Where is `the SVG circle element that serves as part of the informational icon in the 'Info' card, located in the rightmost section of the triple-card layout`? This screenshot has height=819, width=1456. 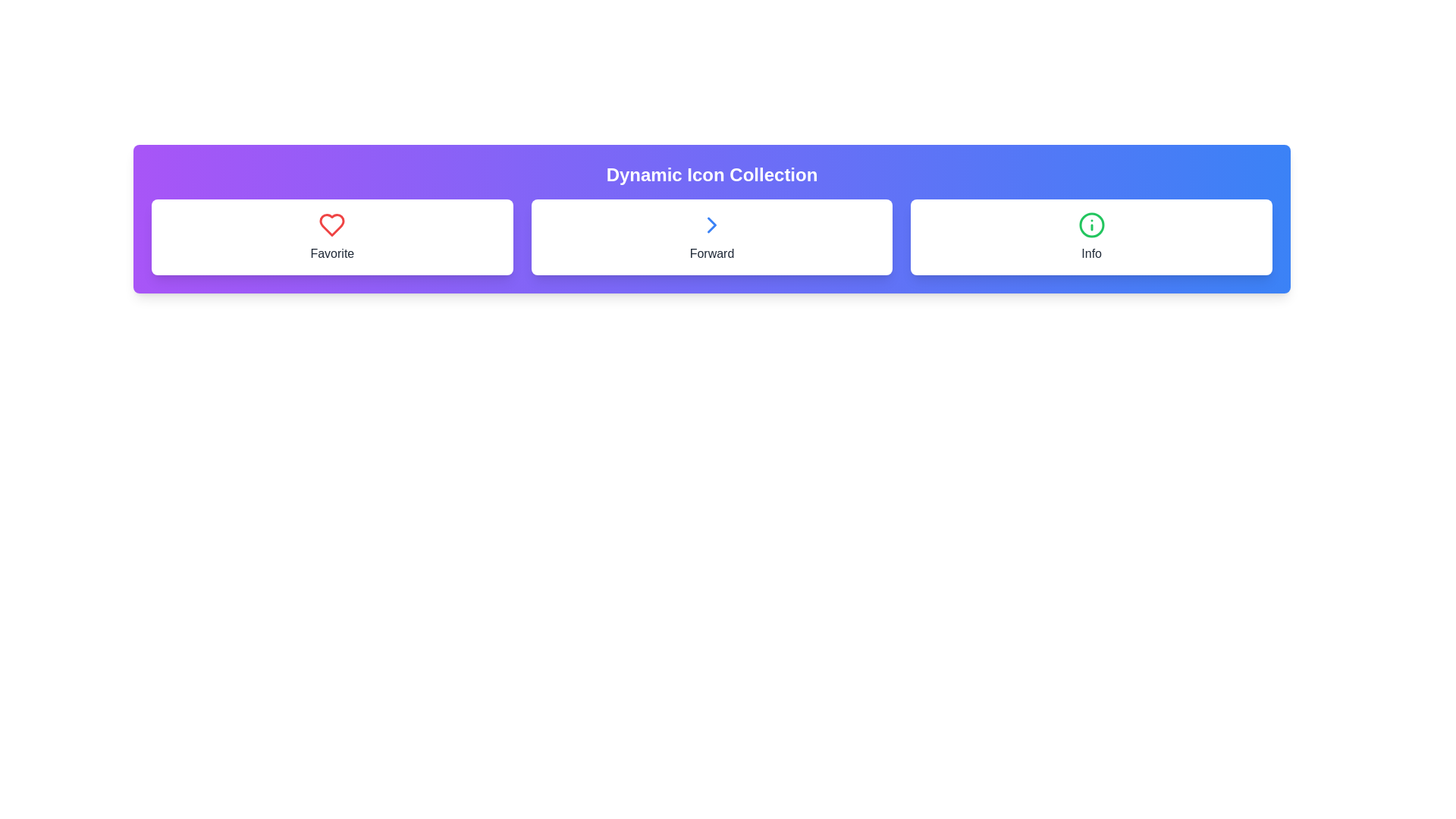 the SVG circle element that serves as part of the informational icon in the 'Info' card, located in the rightmost section of the triple-card layout is located at coordinates (1090, 225).